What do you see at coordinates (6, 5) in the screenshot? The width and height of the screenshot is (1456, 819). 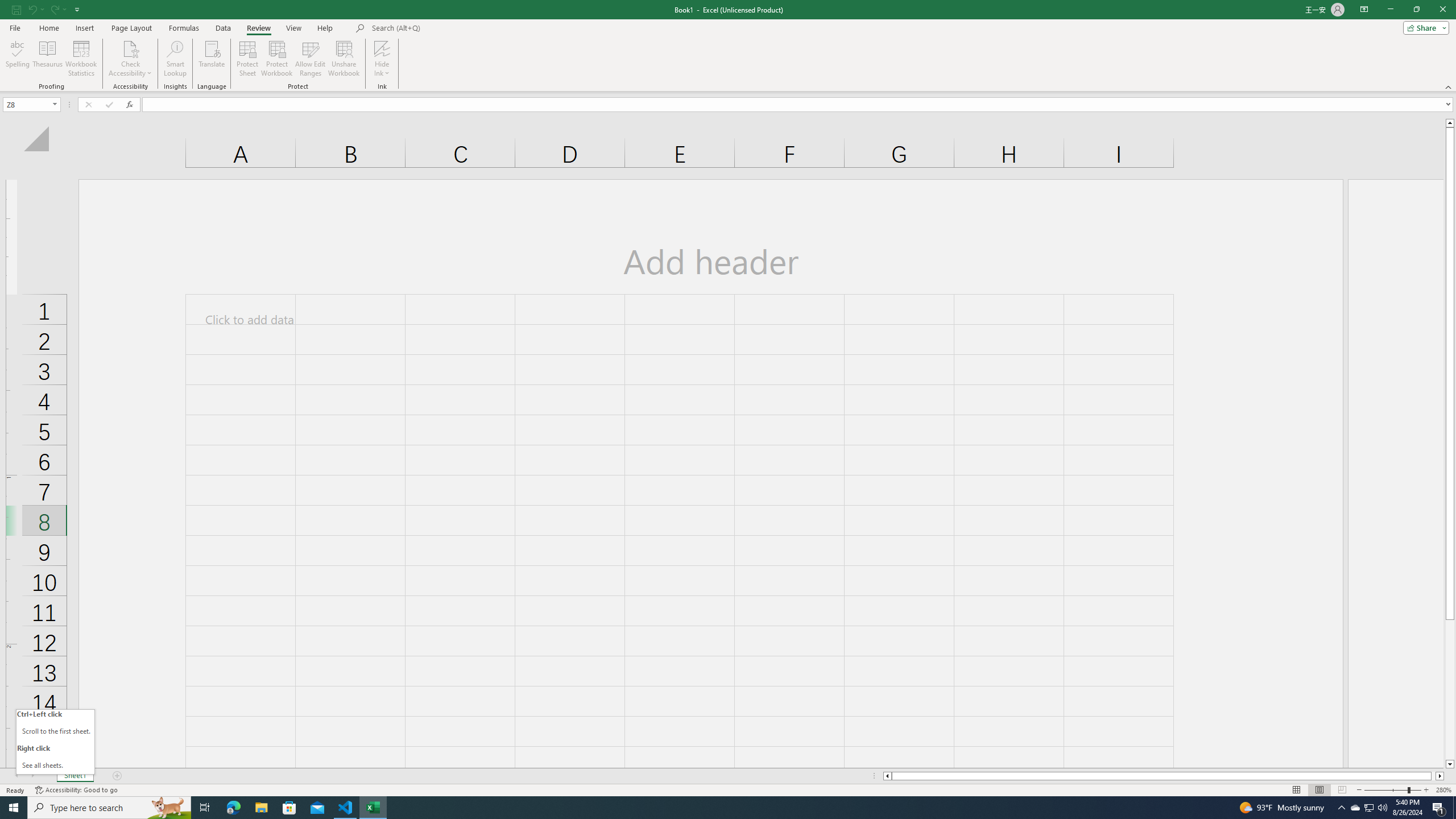 I see `'System'` at bounding box center [6, 5].